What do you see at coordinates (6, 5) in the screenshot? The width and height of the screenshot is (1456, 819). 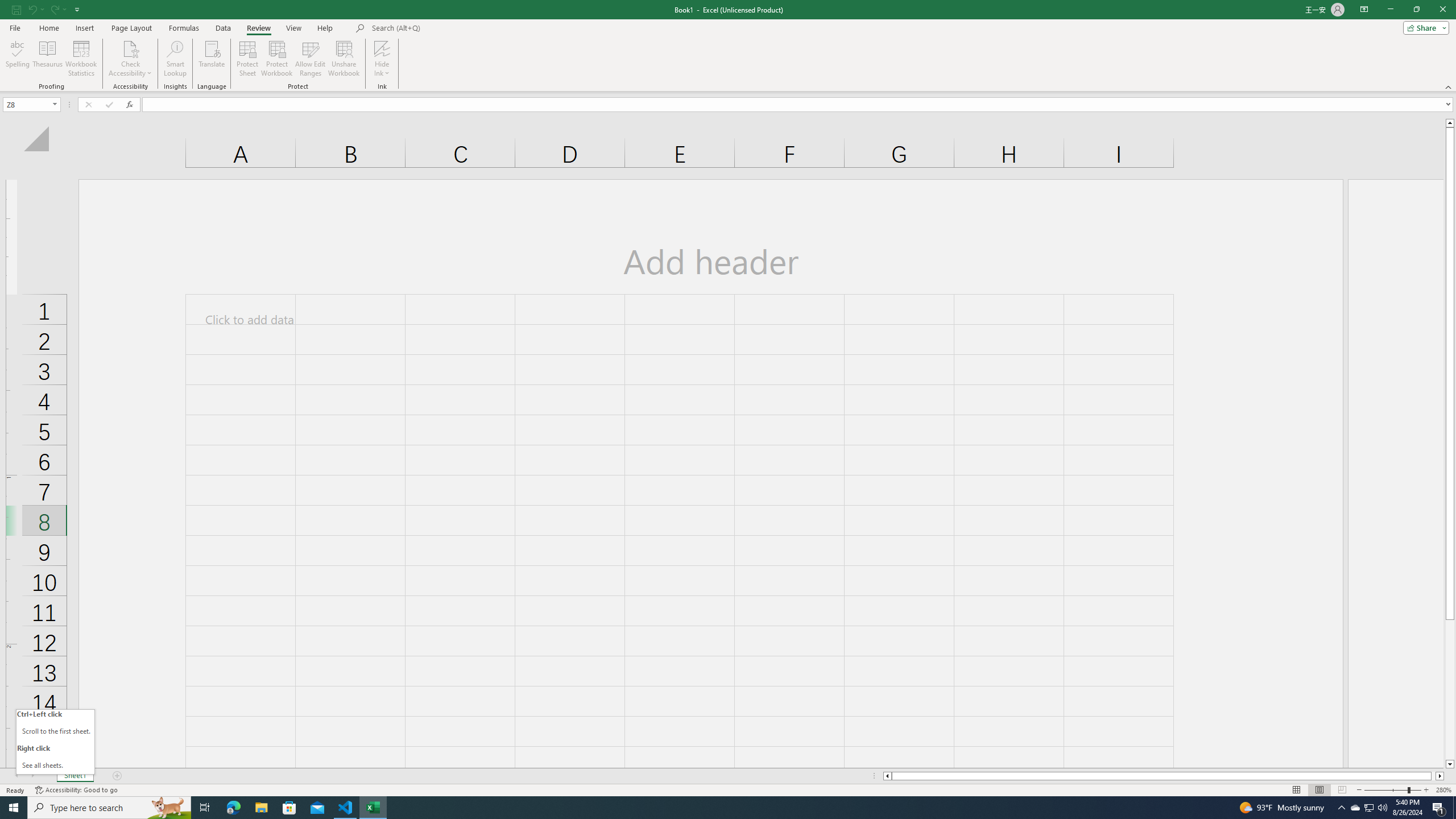 I see `'System'` at bounding box center [6, 5].